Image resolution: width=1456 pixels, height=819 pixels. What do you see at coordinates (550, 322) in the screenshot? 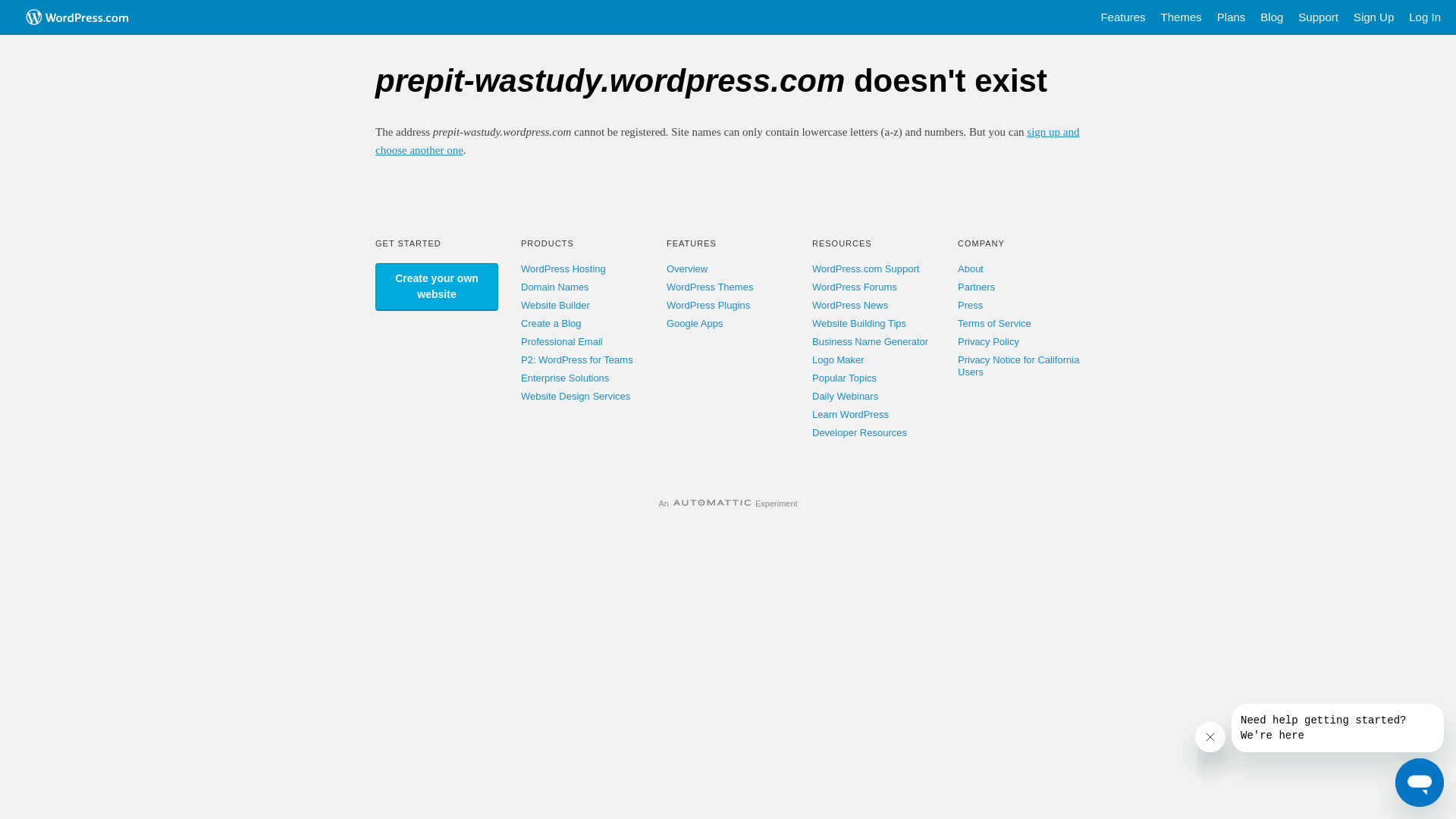
I see `'Create a Blog'` at bounding box center [550, 322].